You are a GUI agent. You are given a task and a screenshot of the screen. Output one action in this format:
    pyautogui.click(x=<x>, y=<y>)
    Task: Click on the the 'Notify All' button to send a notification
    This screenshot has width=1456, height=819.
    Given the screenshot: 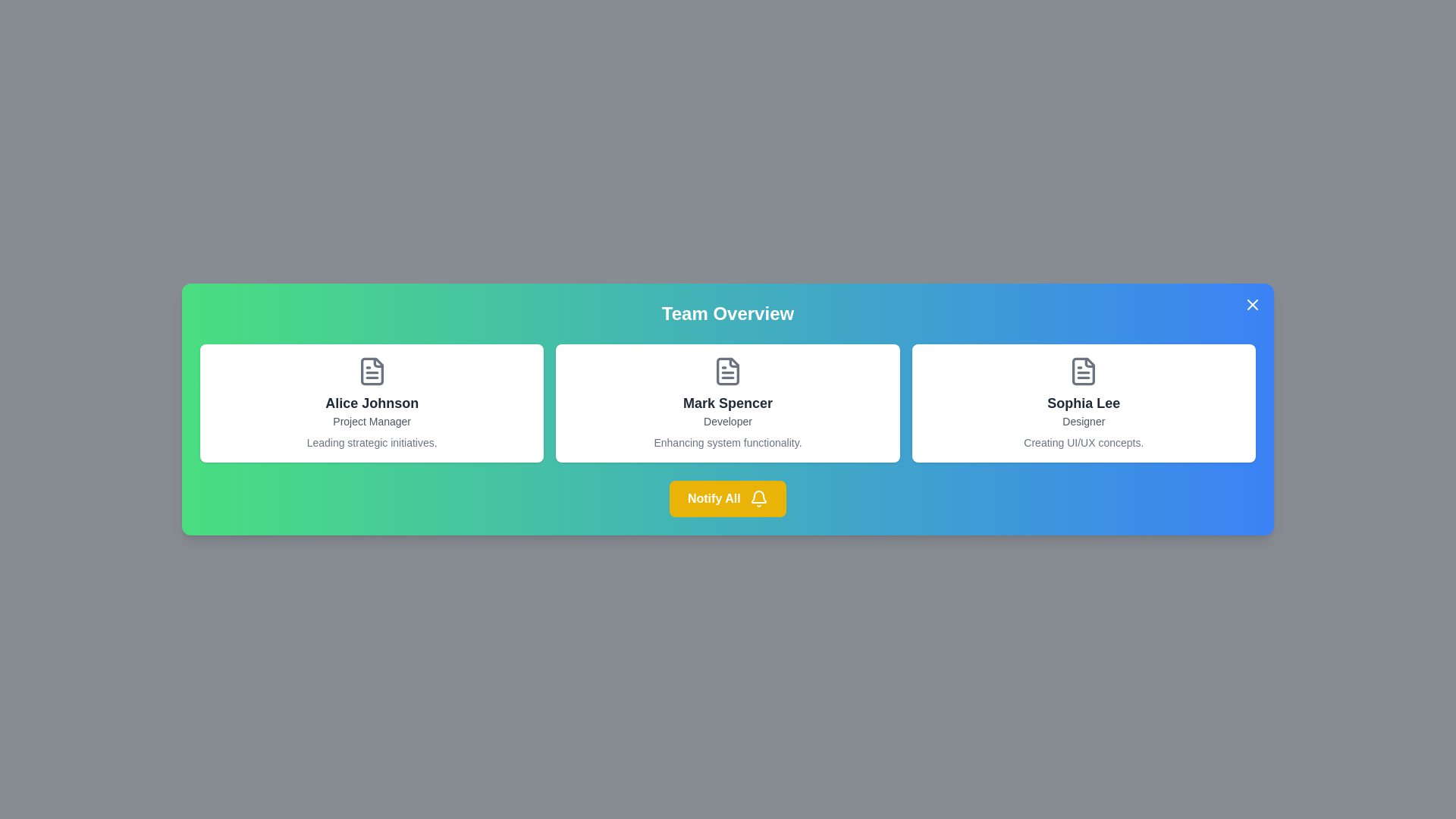 What is the action you would take?
    pyautogui.click(x=728, y=498)
    